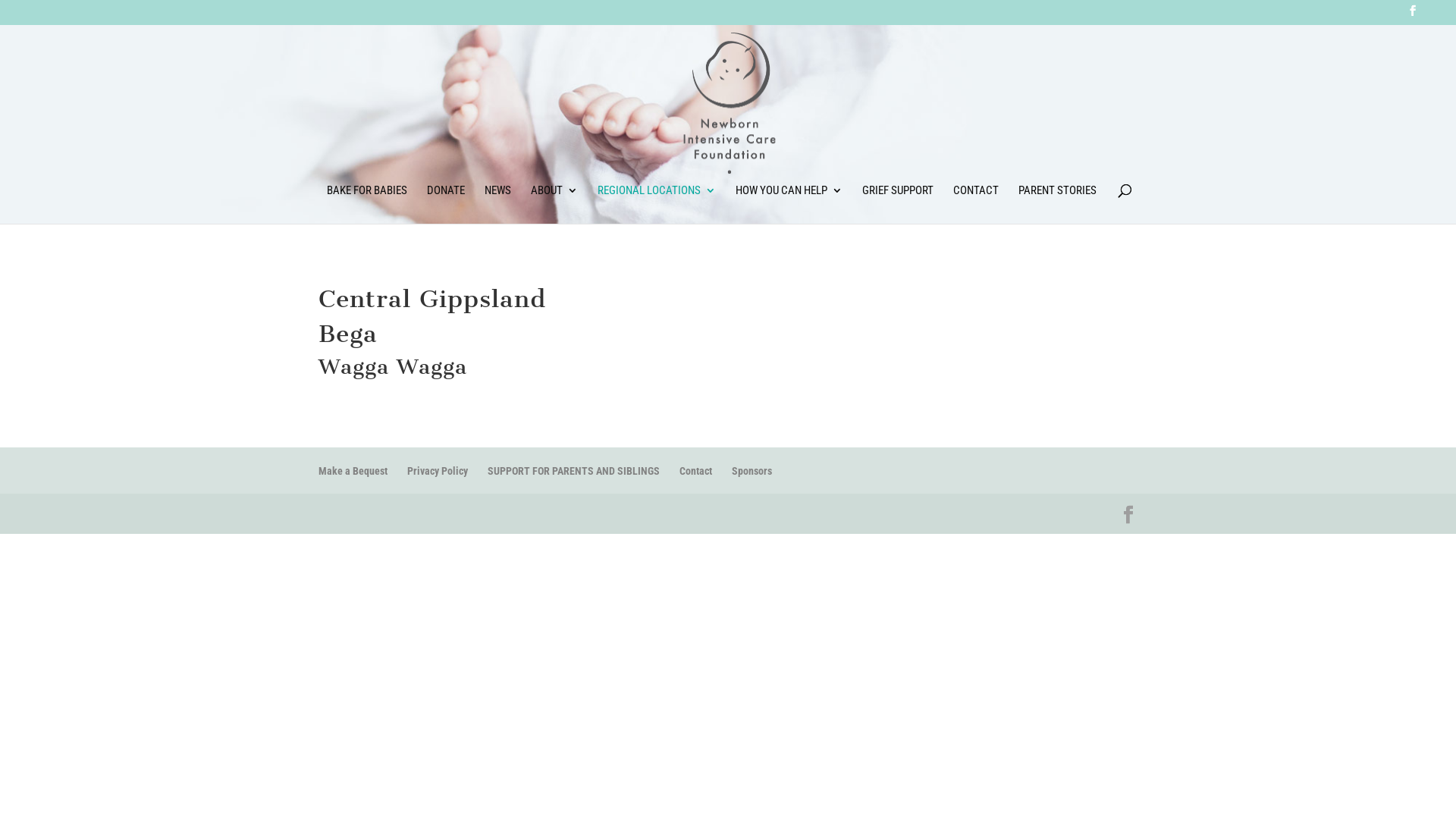  What do you see at coordinates (1056, 203) in the screenshot?
I see `'PARENT STORIES'` at bounding box center [1056, 203].